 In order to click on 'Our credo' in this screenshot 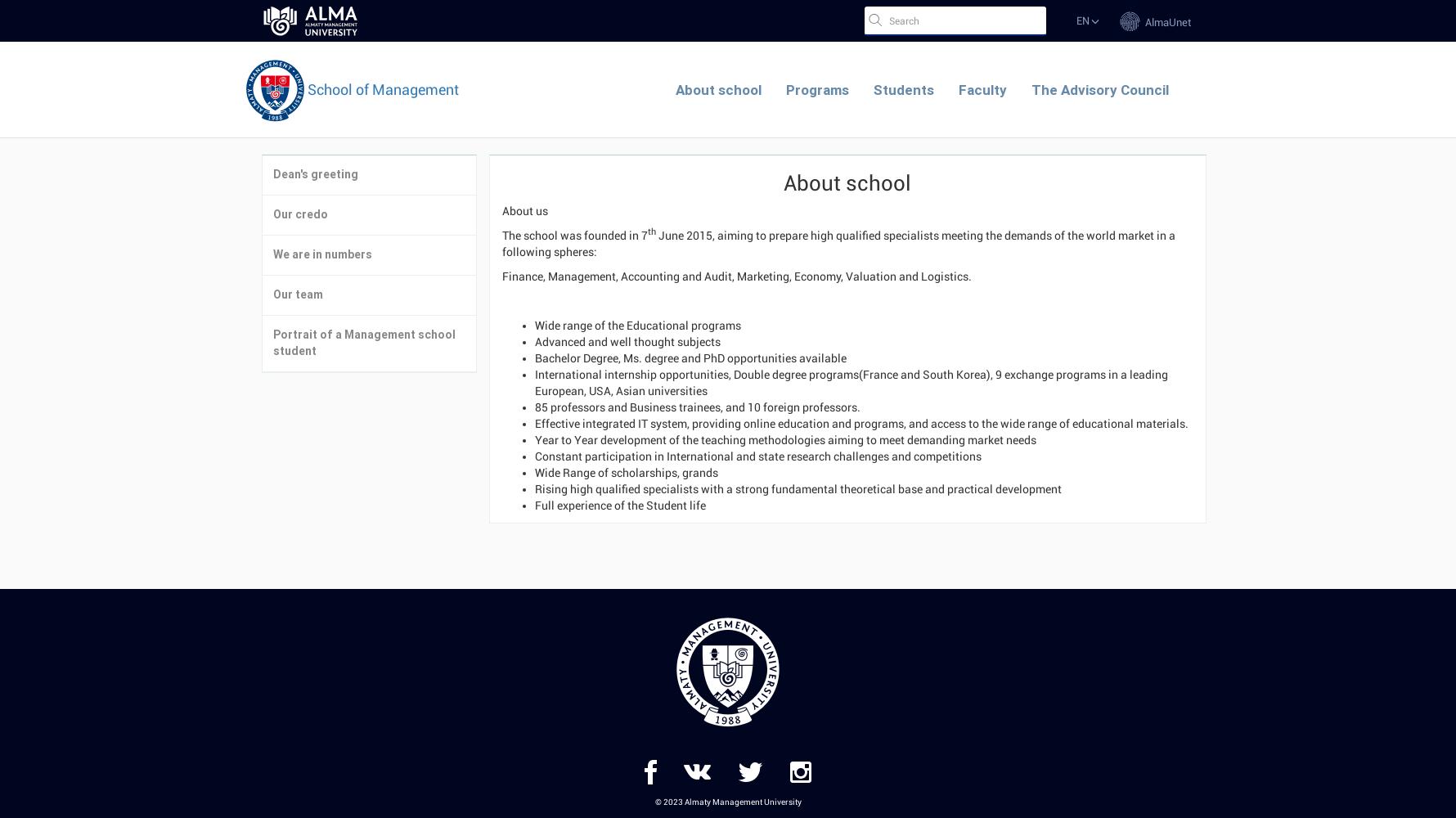, I will do `click(300, 214)`.